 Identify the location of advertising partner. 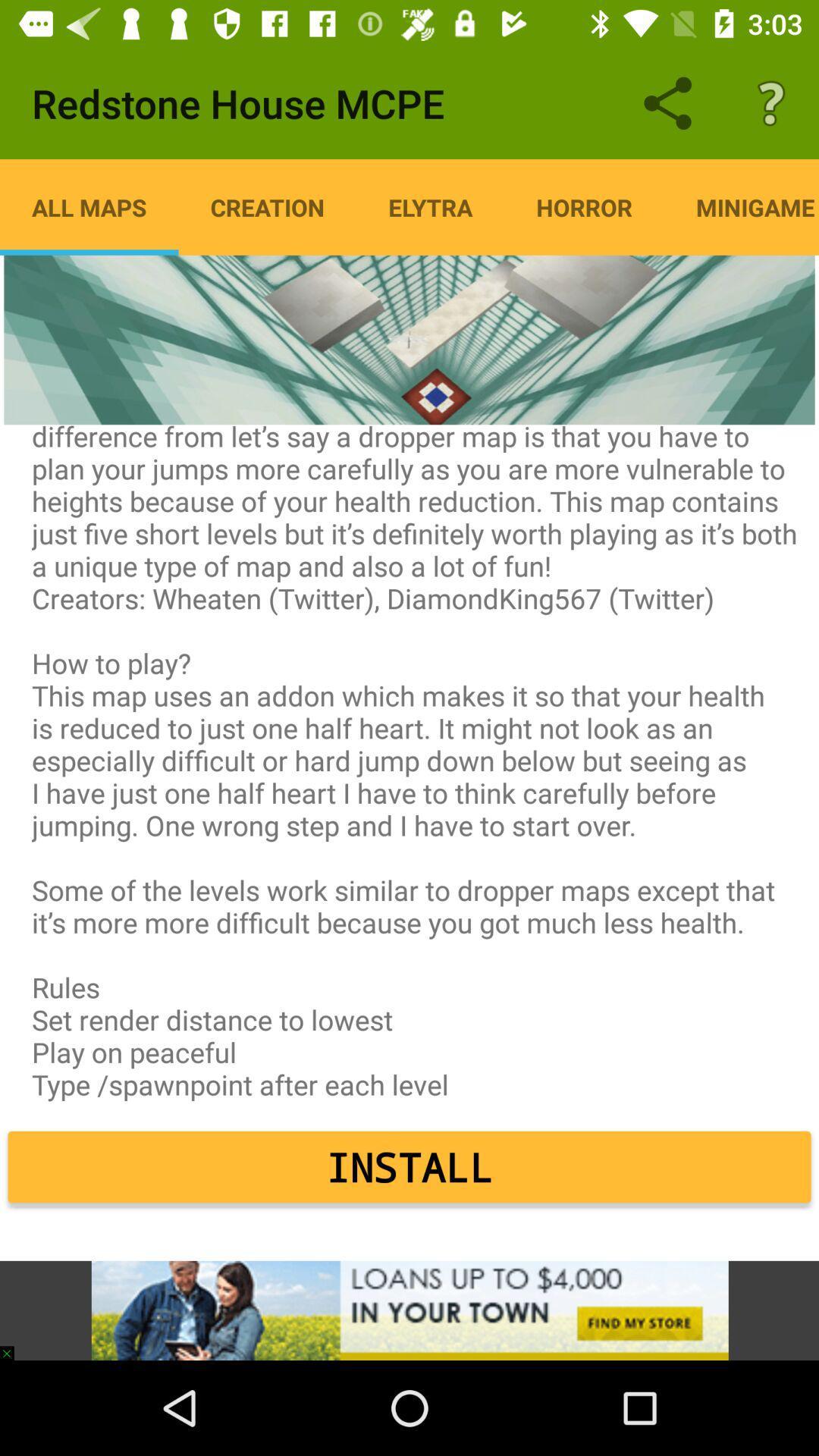
(409, 1310).